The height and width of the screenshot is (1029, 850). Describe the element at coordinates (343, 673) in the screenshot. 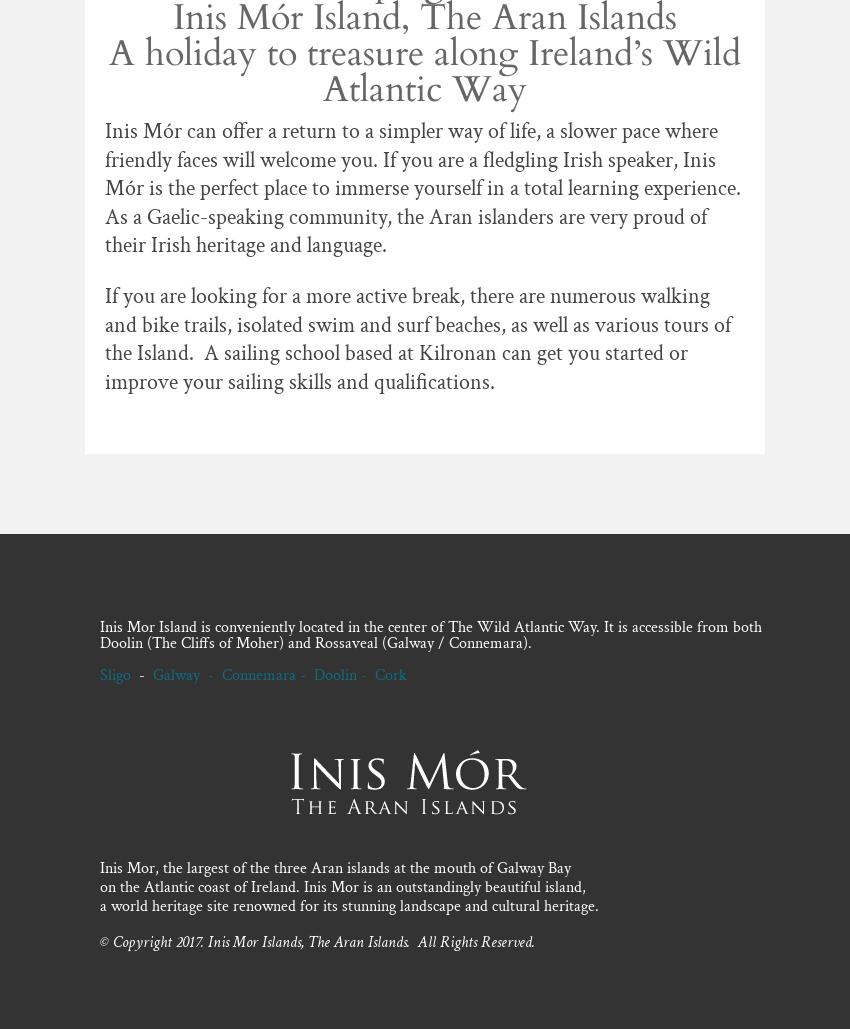

I see `'Doolin -'` at that location.